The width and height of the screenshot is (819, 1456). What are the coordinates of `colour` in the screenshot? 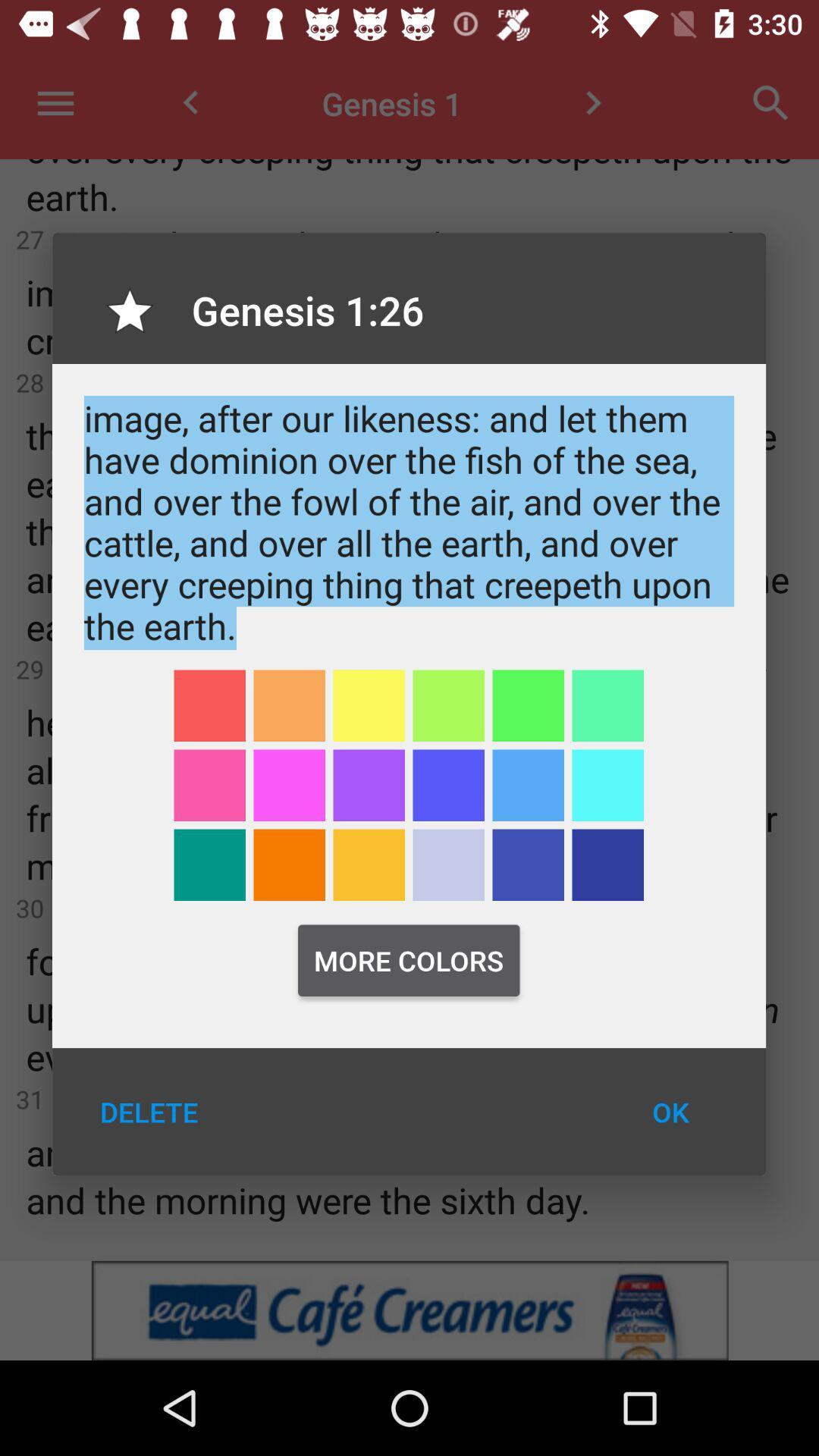 It's located at (369, 864).